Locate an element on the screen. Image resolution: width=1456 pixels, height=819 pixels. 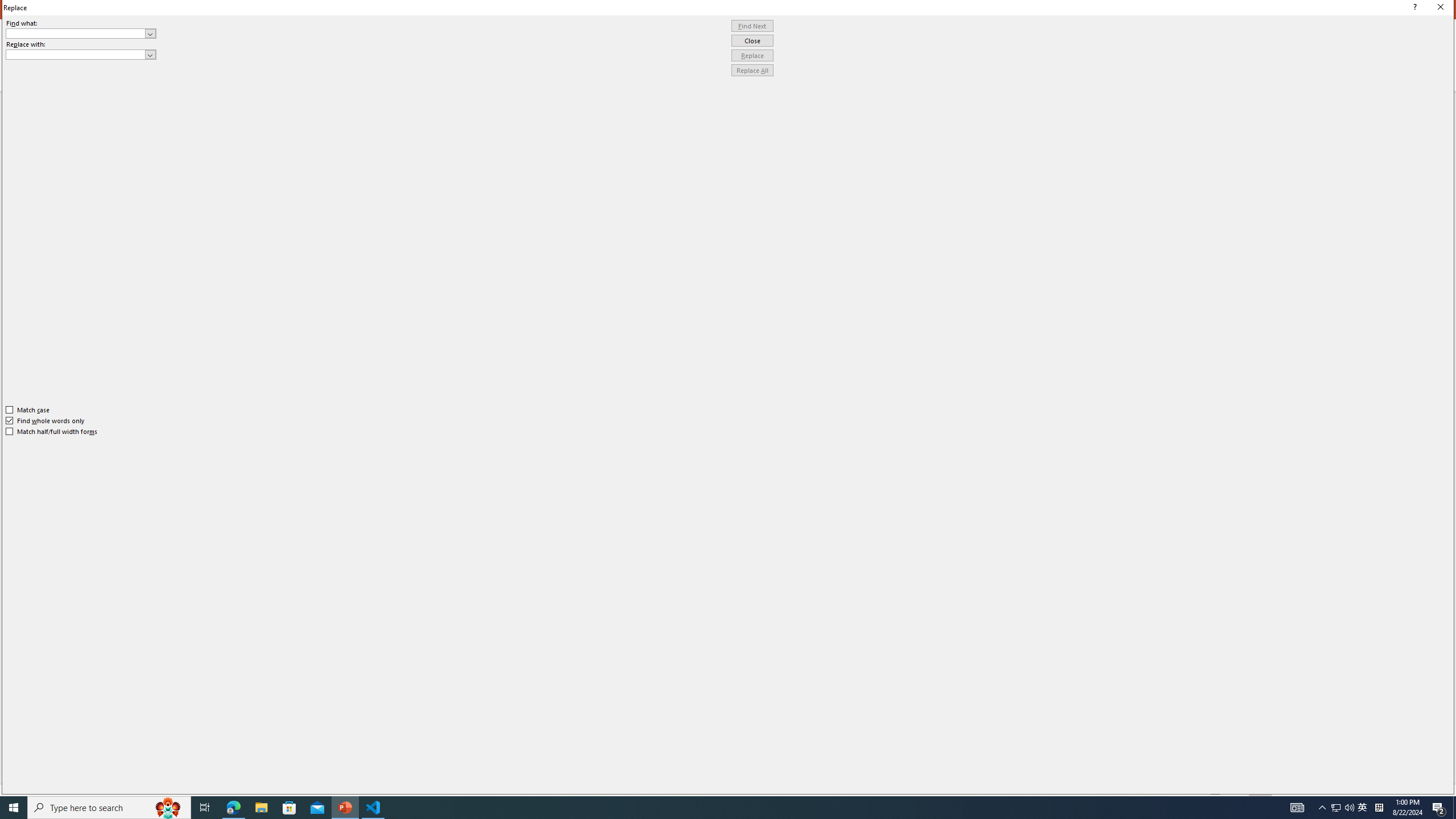
'Find what' is located at coordinates (76, 33).